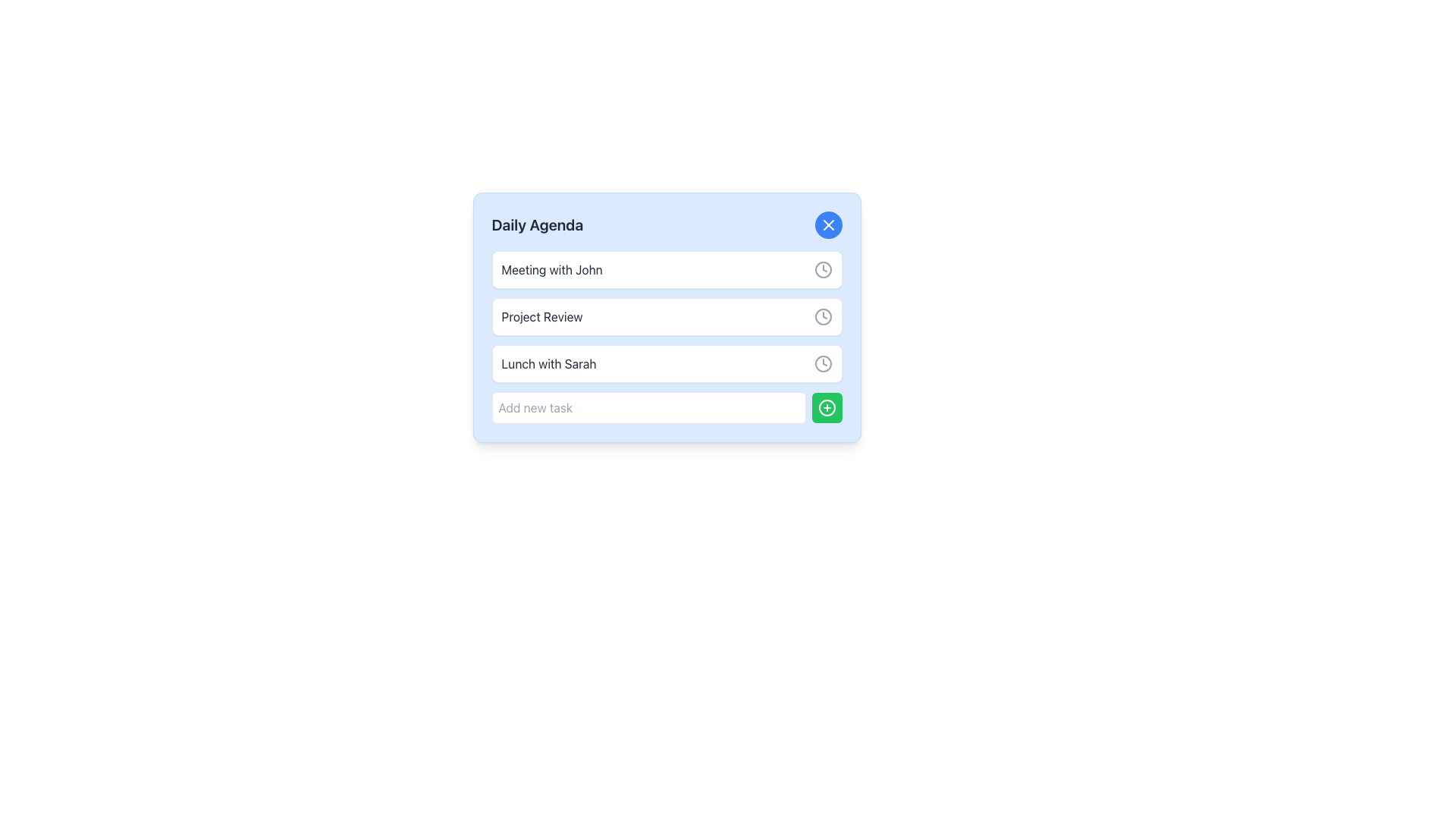 The height and width of the screenshot is (819, 1456). I want to click on the clock icon located to the right of the text 'Meeting with John', so click(822, 268).